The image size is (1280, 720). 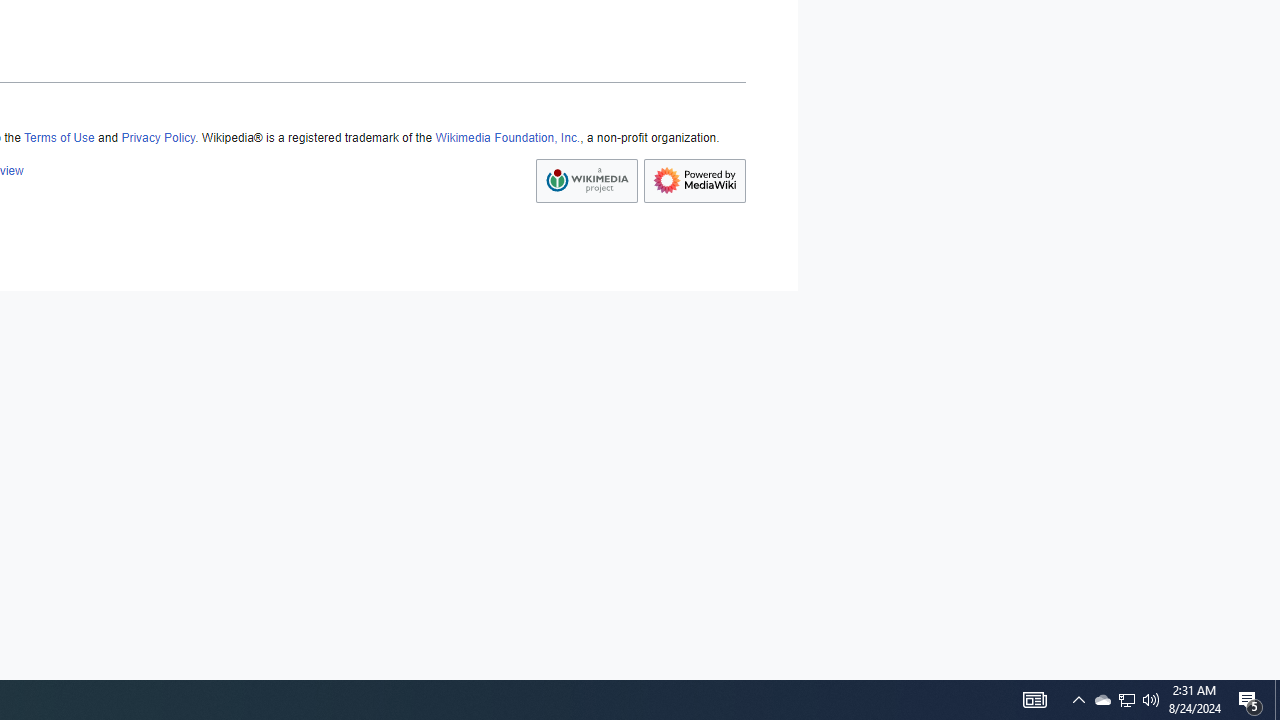 What do you see at coordinates (585, 181) in the screenshot?
I see `'AutomationID: footer-copyrightico'` at bounding box center [585, 181].